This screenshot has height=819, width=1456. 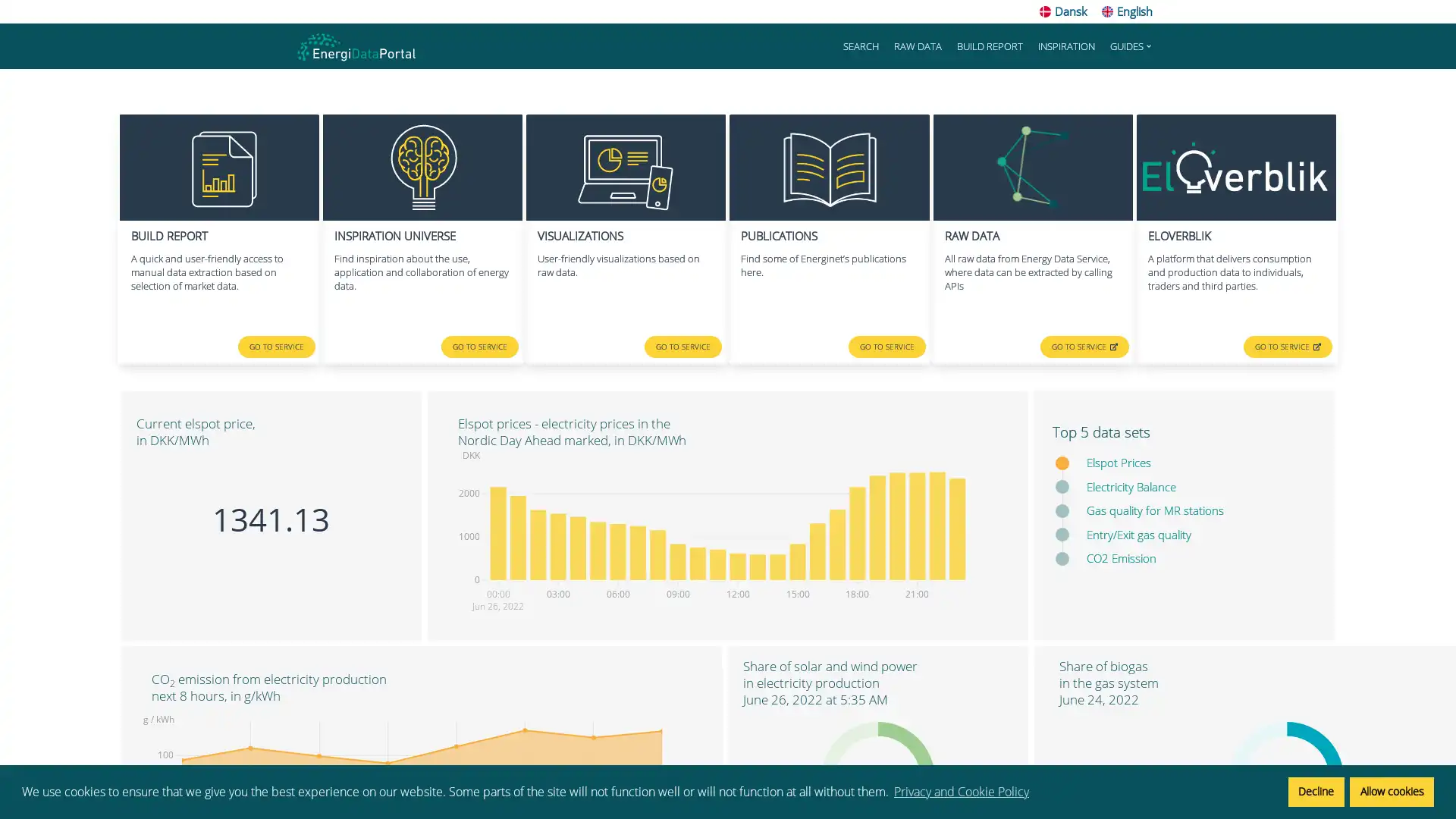 What do you see at coordinates (1392, 791) in the screenshot?
I see `allow cookies` at bounding box center [1392, 791].